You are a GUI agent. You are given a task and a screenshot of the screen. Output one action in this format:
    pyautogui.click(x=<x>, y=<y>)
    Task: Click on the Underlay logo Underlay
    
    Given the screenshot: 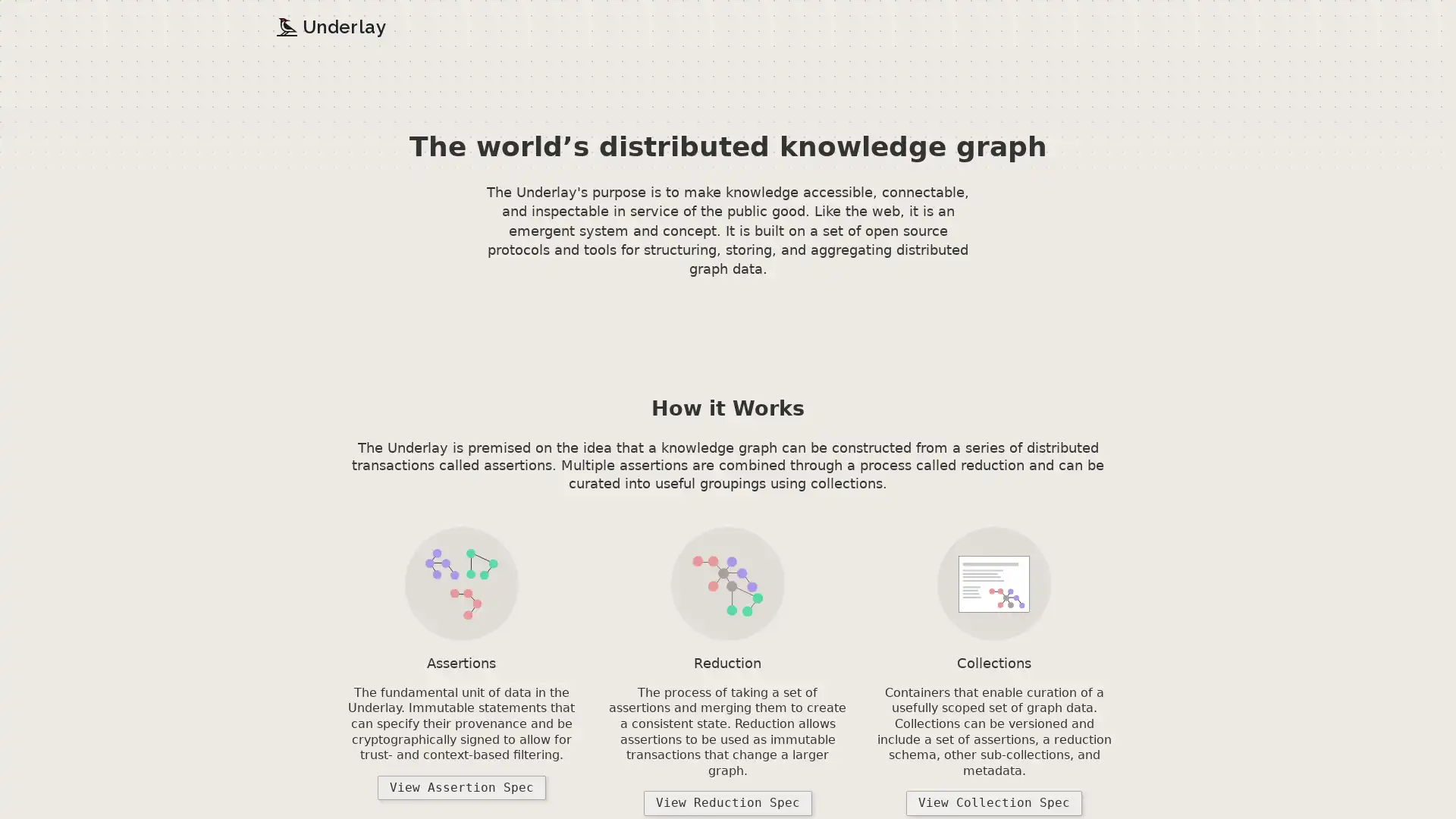 What is the action you would take?
    pyautogui.click(x=330, y=27)
    